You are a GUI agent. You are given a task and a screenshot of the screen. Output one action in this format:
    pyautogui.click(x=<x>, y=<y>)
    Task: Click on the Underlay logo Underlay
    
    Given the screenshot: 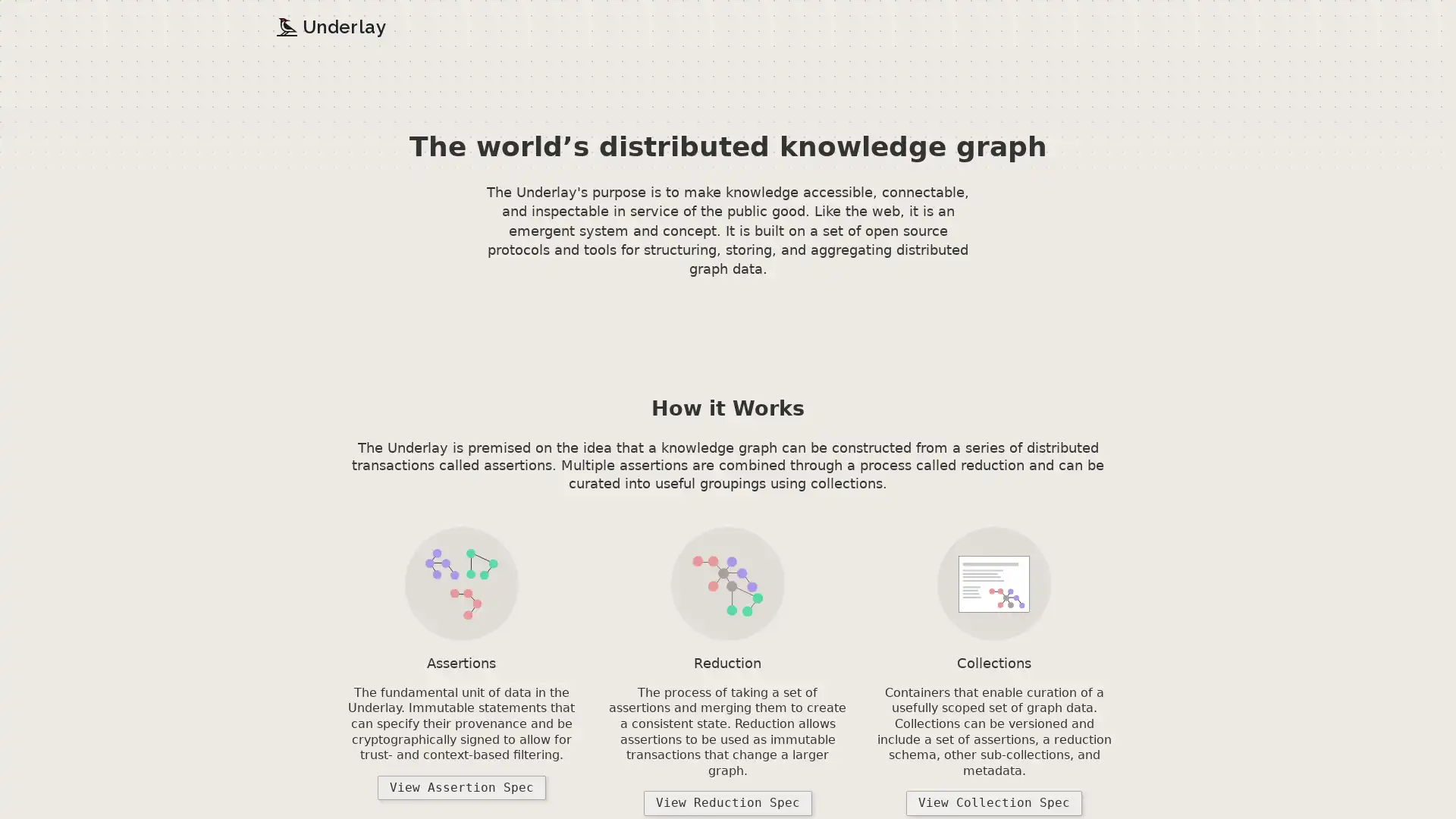 What is the action you would take?
    pyautogui.click(x=330, y=27)
    